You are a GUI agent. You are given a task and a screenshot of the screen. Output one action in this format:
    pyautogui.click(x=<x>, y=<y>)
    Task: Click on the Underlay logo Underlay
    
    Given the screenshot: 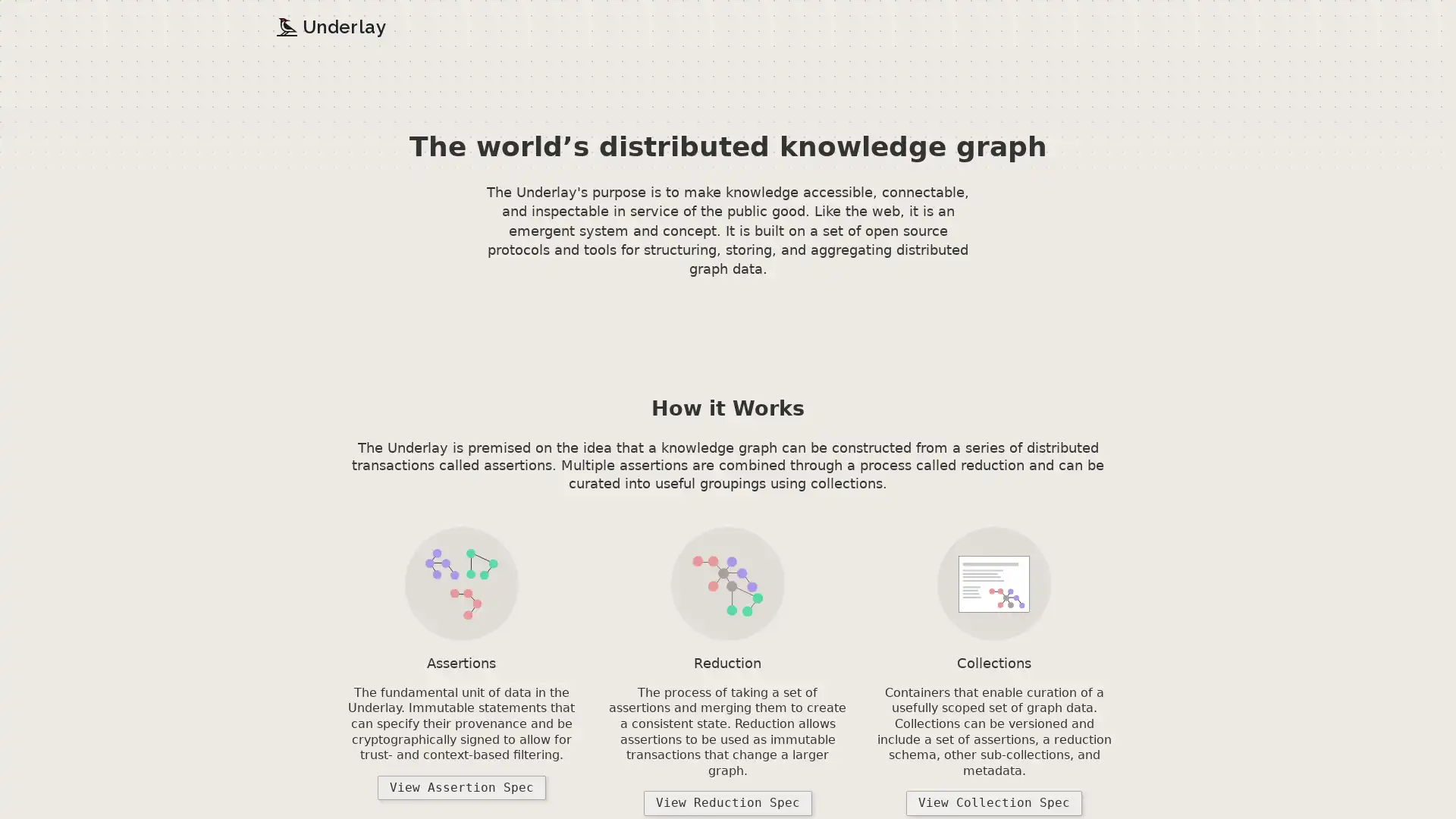 What is the action you would take?
    pyautogui.click(x=330, y=27)
    